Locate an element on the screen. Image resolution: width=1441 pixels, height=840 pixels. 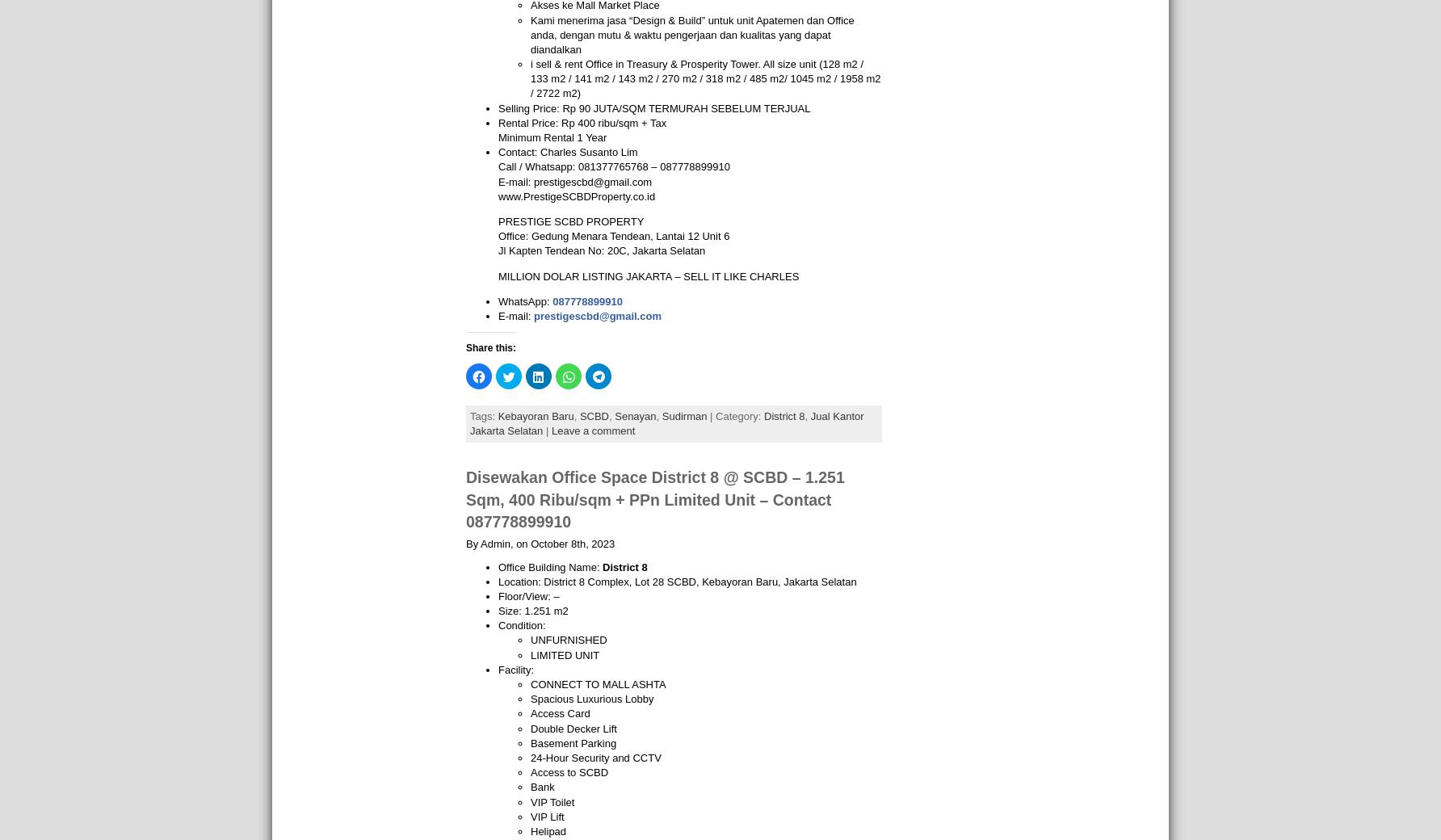
'CONNECT TO MALL ASHTA' is located at coordinates (598, 683).